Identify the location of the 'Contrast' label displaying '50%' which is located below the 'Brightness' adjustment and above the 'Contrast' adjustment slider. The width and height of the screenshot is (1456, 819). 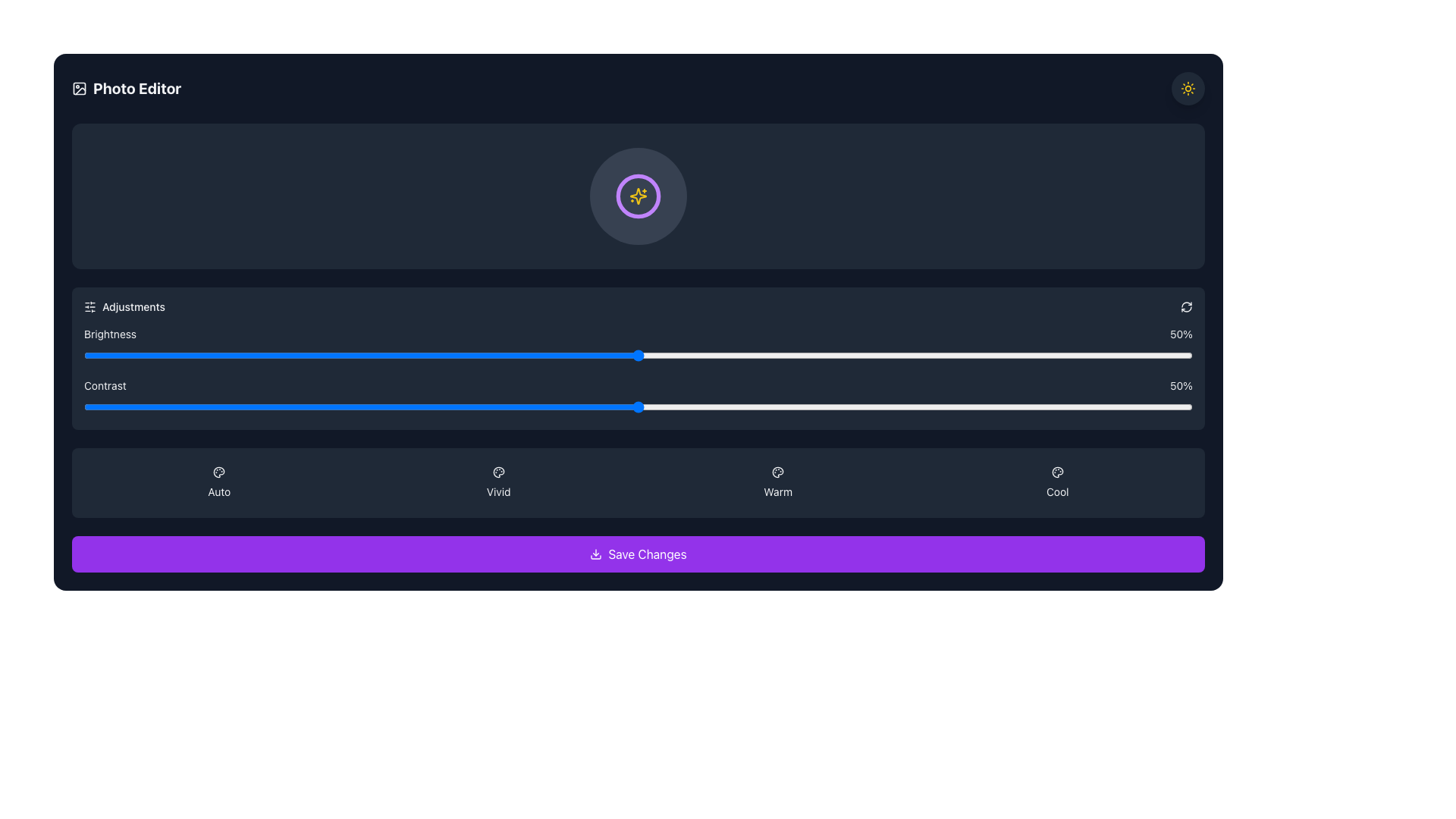
(638, 385).